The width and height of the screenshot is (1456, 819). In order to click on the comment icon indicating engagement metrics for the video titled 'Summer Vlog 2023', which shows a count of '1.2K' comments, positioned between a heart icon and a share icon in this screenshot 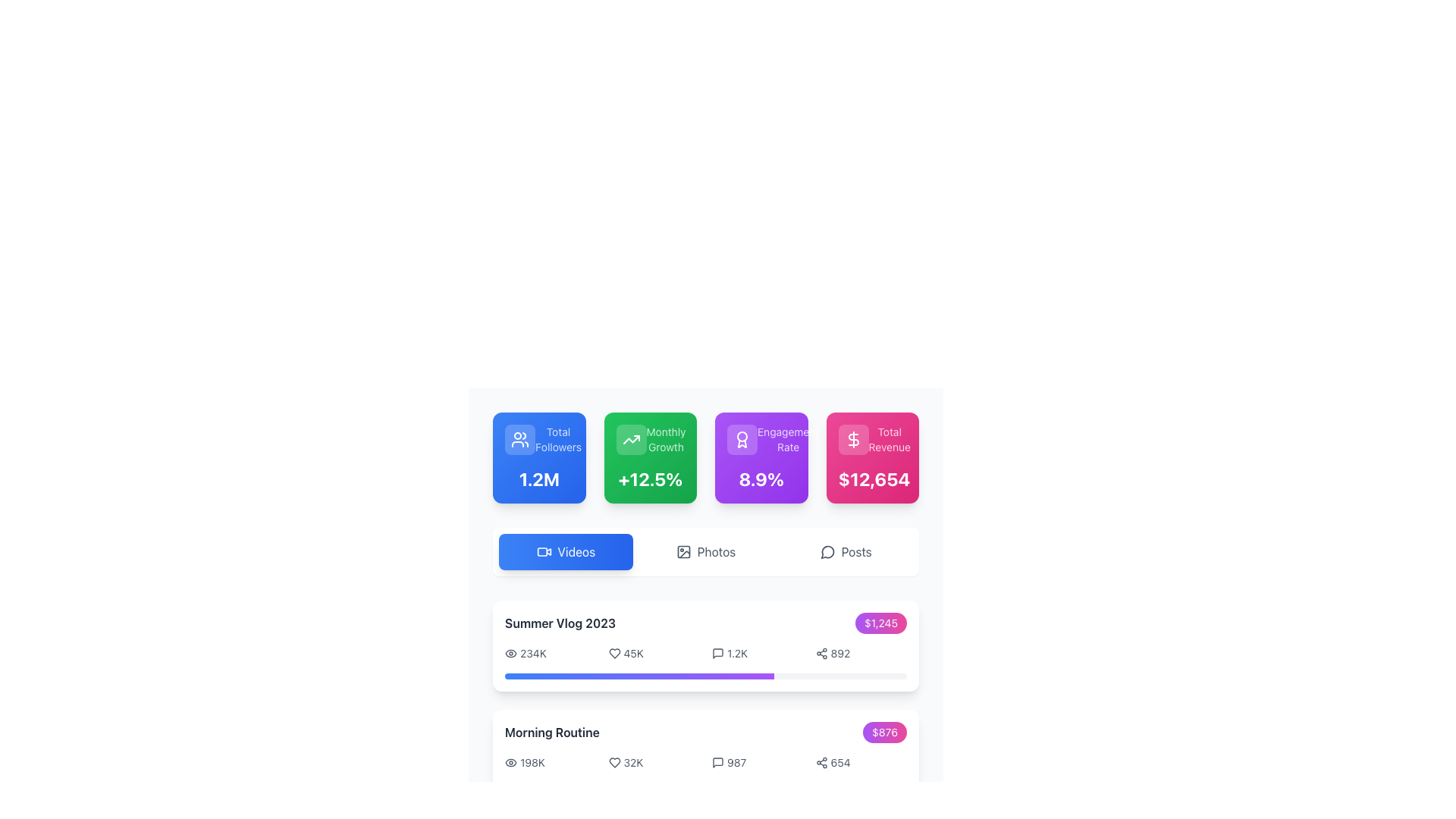, I will do `click(717, 652)`.